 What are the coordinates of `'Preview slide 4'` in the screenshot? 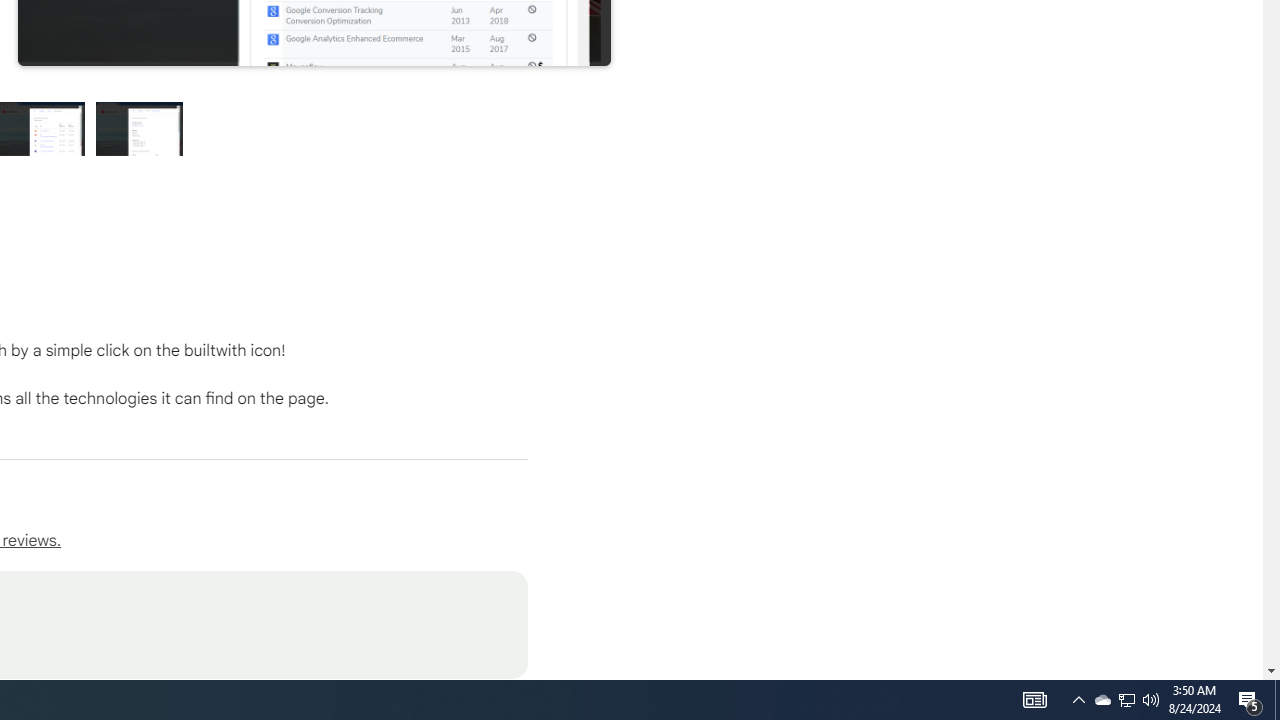 It's located at (139, 128).